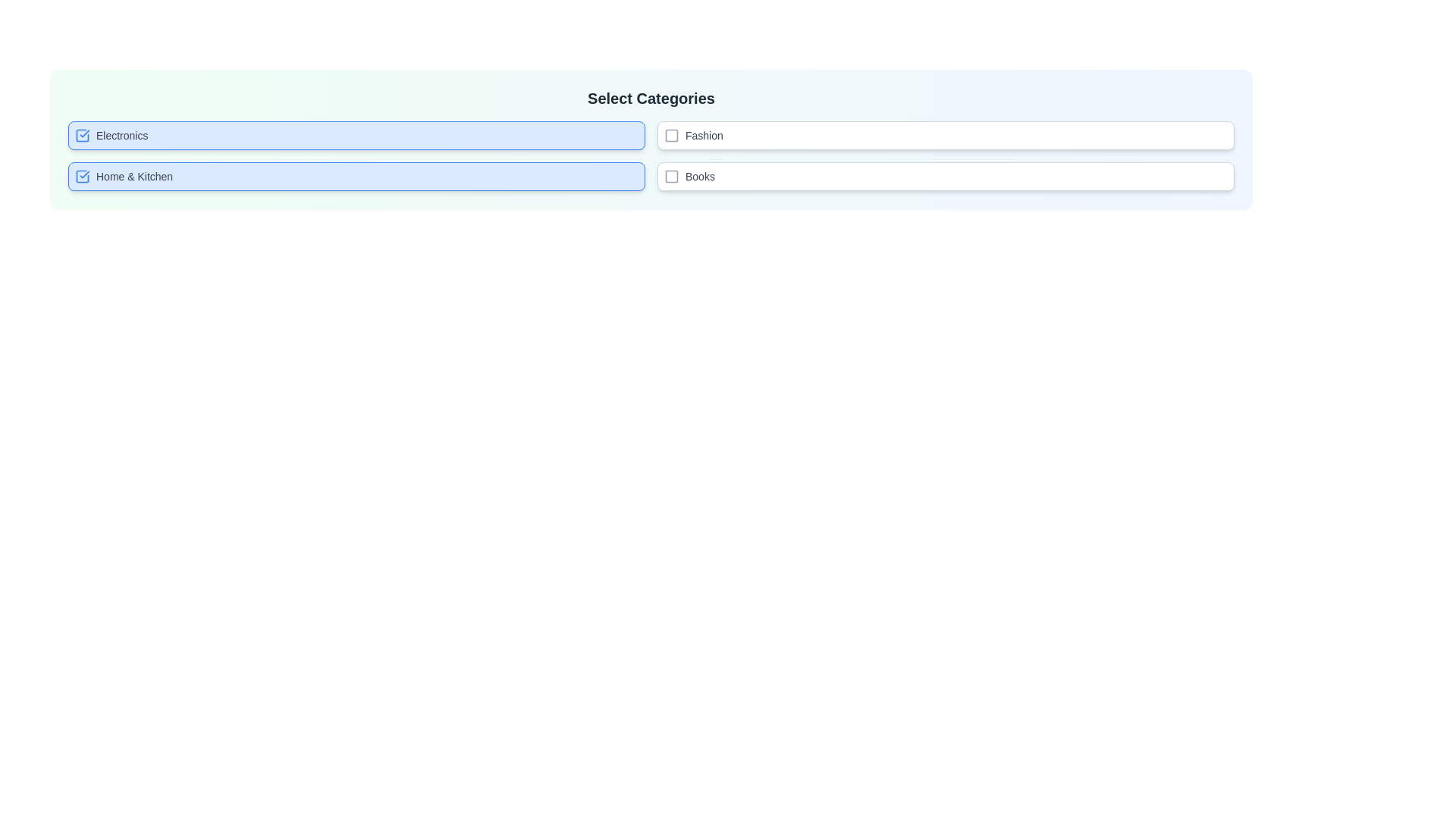 The height and width of the screenshot is (819, 1456). What do you see at coordinates (671, 134) in the screenshot?
I see `the checkbox element styled with a gray border and white fill, located to the left of the label 'Fashion'` at bounding box center [671, 134].